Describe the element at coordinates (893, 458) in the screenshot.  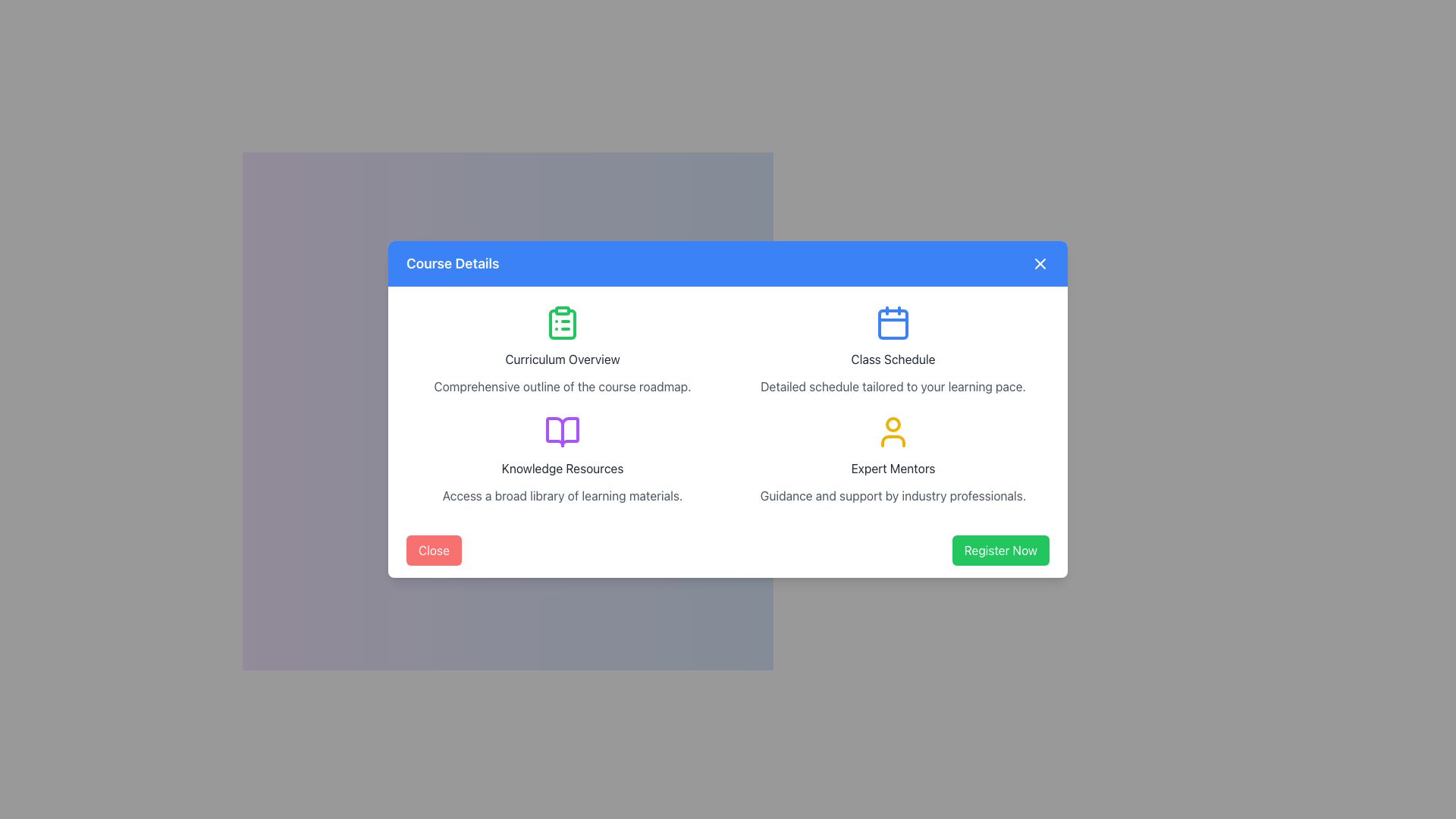
I see `any associated links or buttons present in the 'Expert Mentors' informational section located in the bottom-right quadrant of the layout` at that location.